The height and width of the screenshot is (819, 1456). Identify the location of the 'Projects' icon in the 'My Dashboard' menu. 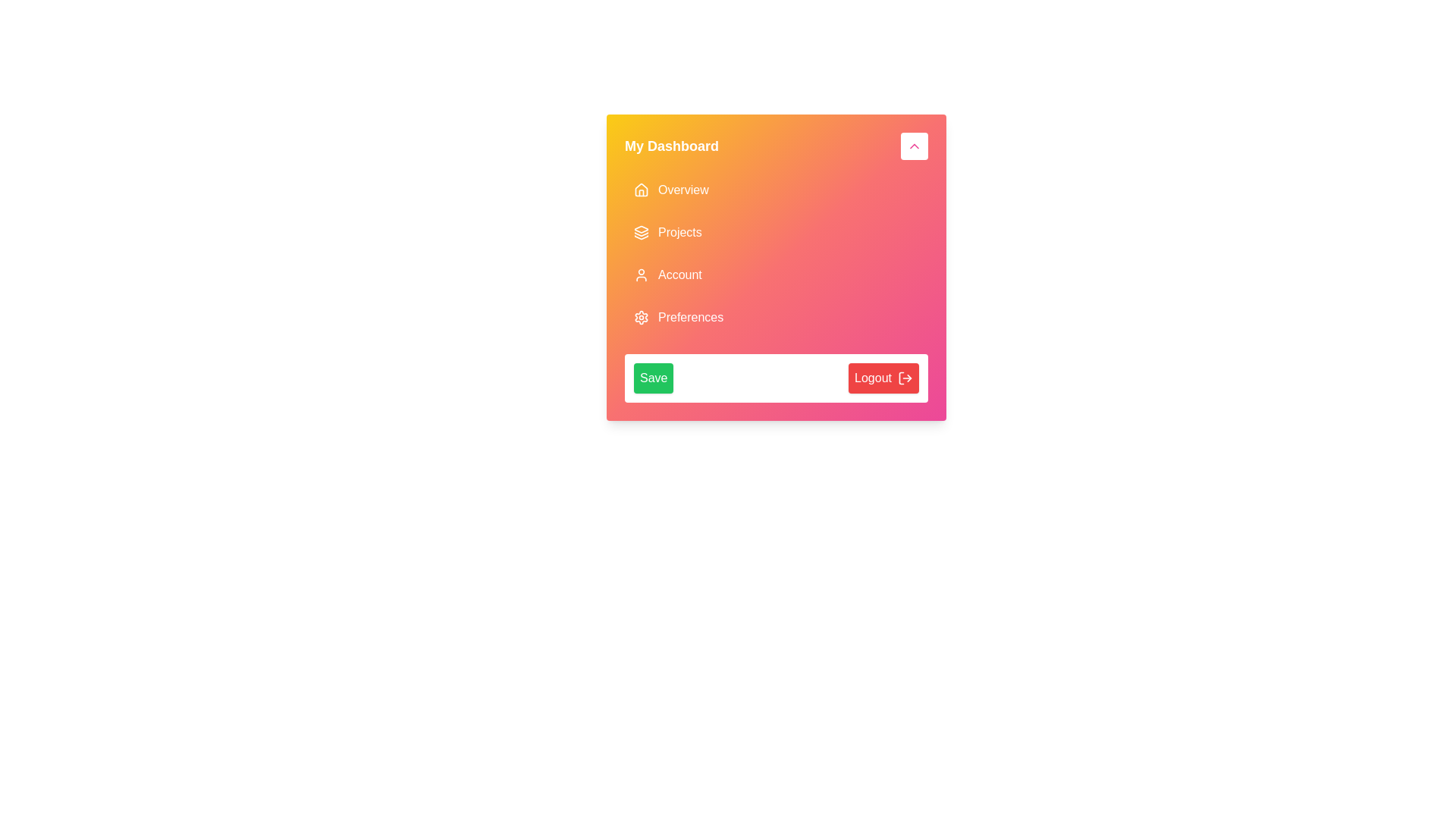
(641, 233).